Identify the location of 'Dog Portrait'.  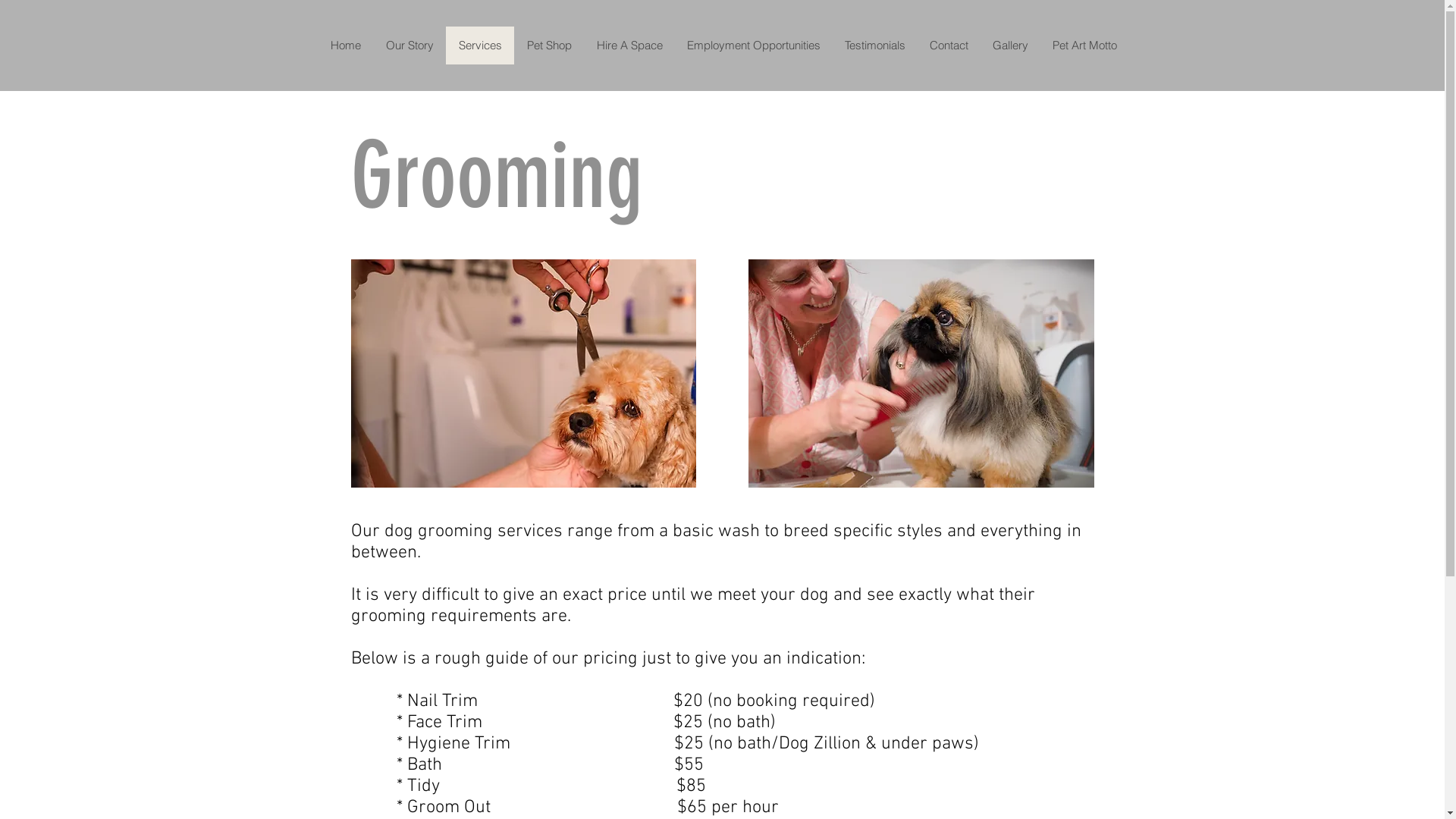
(522, 373).